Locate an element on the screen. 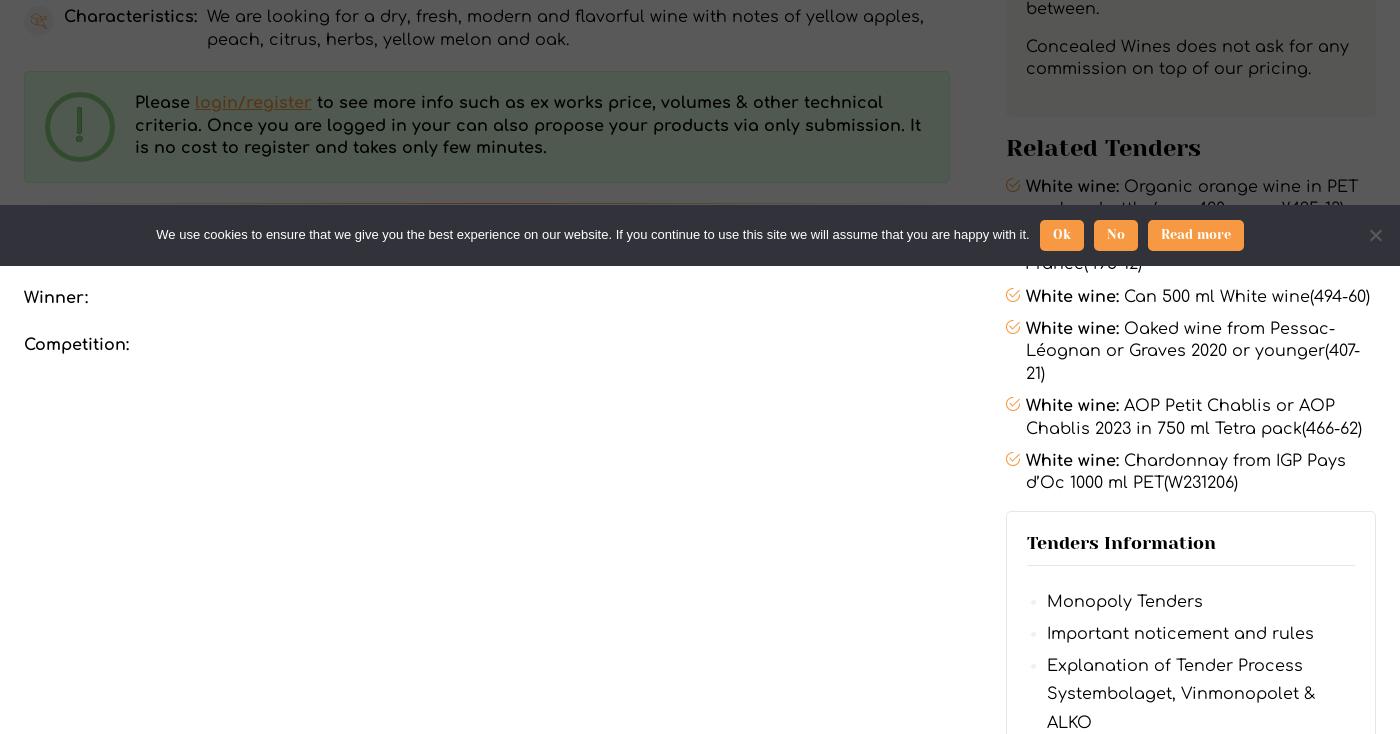 This screenshot has height=734, width=1400. 'Organic orange wine in PET or glass bottle (max 420 grams)(495-13)' is located at coordinates (1190, 198).